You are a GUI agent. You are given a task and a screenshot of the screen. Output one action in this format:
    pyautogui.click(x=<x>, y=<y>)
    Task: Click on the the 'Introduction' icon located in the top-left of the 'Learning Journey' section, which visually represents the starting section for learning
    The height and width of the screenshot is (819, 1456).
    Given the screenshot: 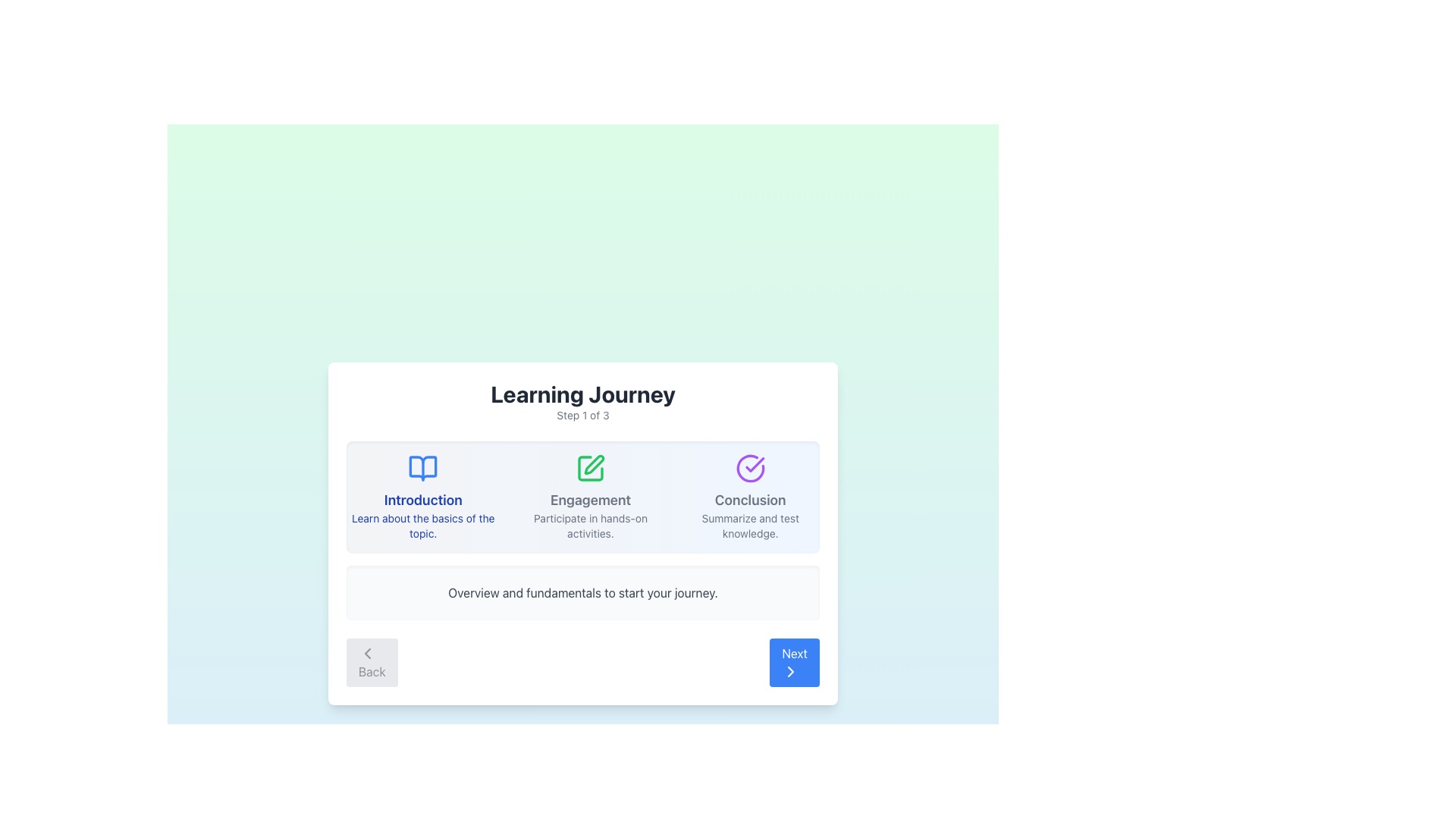 What is the action you would take?
    pyautogui.click(x=423, y=467)
    